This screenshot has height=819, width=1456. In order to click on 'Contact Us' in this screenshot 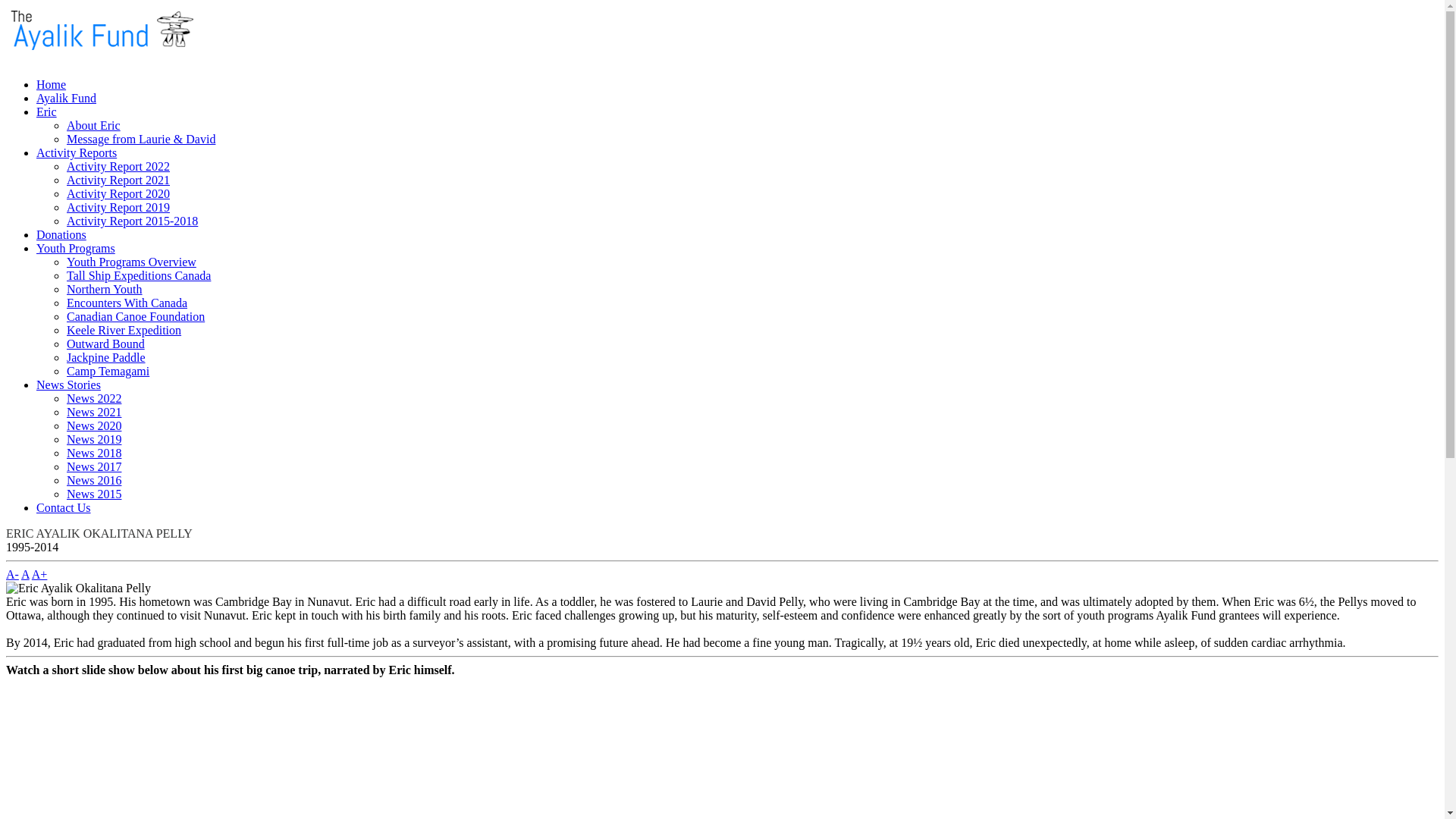, I will do `click(62, 507)`.